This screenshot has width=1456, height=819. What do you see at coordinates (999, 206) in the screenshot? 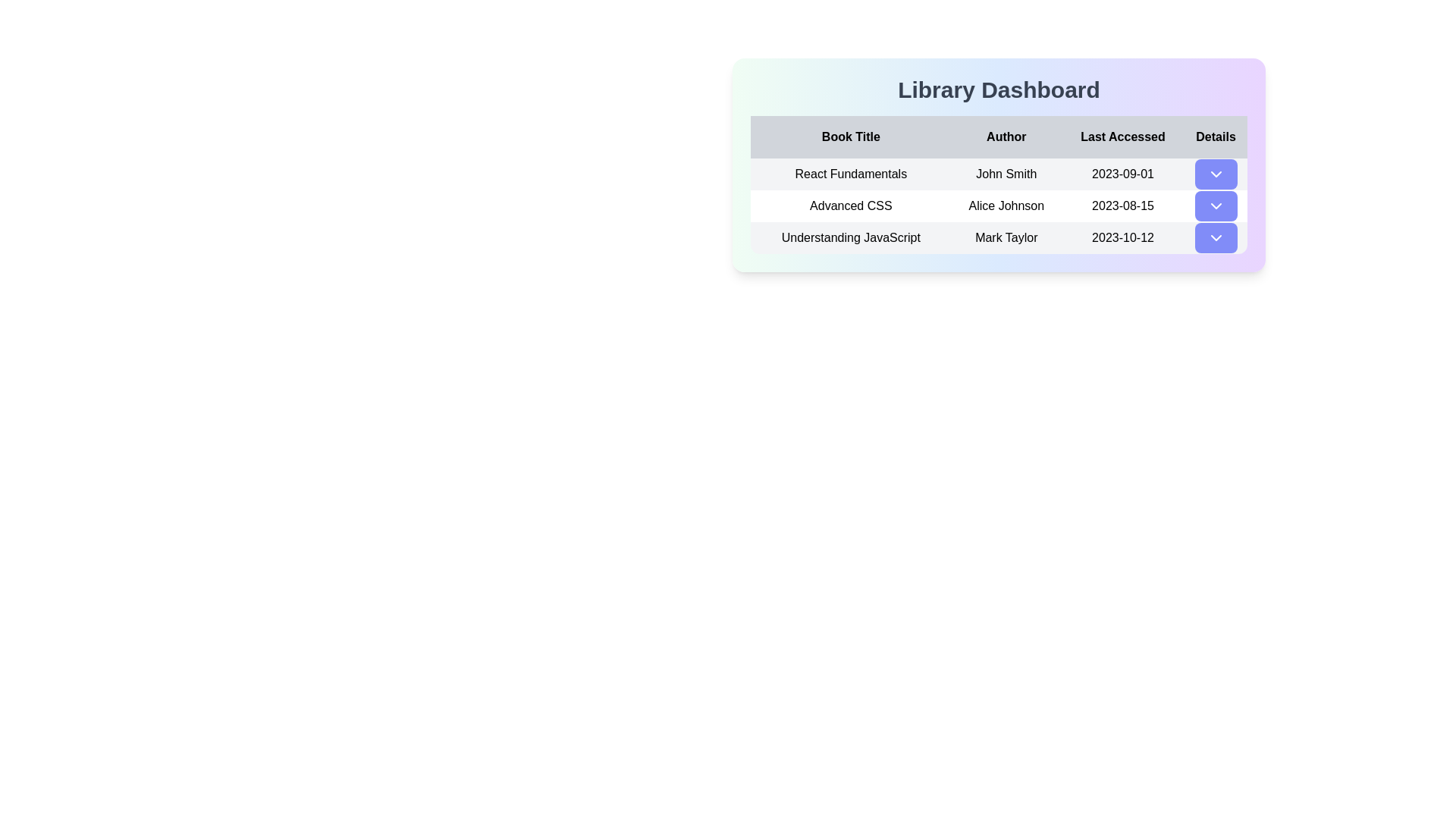
I see `the displayed information in the second row of the table for the book entry 'Advanced CSS' by 'Alice Johnson', which includes the date '2023-08-15' and a button with a blue background and a chevron-down icon` at bounding box center [999, 206].